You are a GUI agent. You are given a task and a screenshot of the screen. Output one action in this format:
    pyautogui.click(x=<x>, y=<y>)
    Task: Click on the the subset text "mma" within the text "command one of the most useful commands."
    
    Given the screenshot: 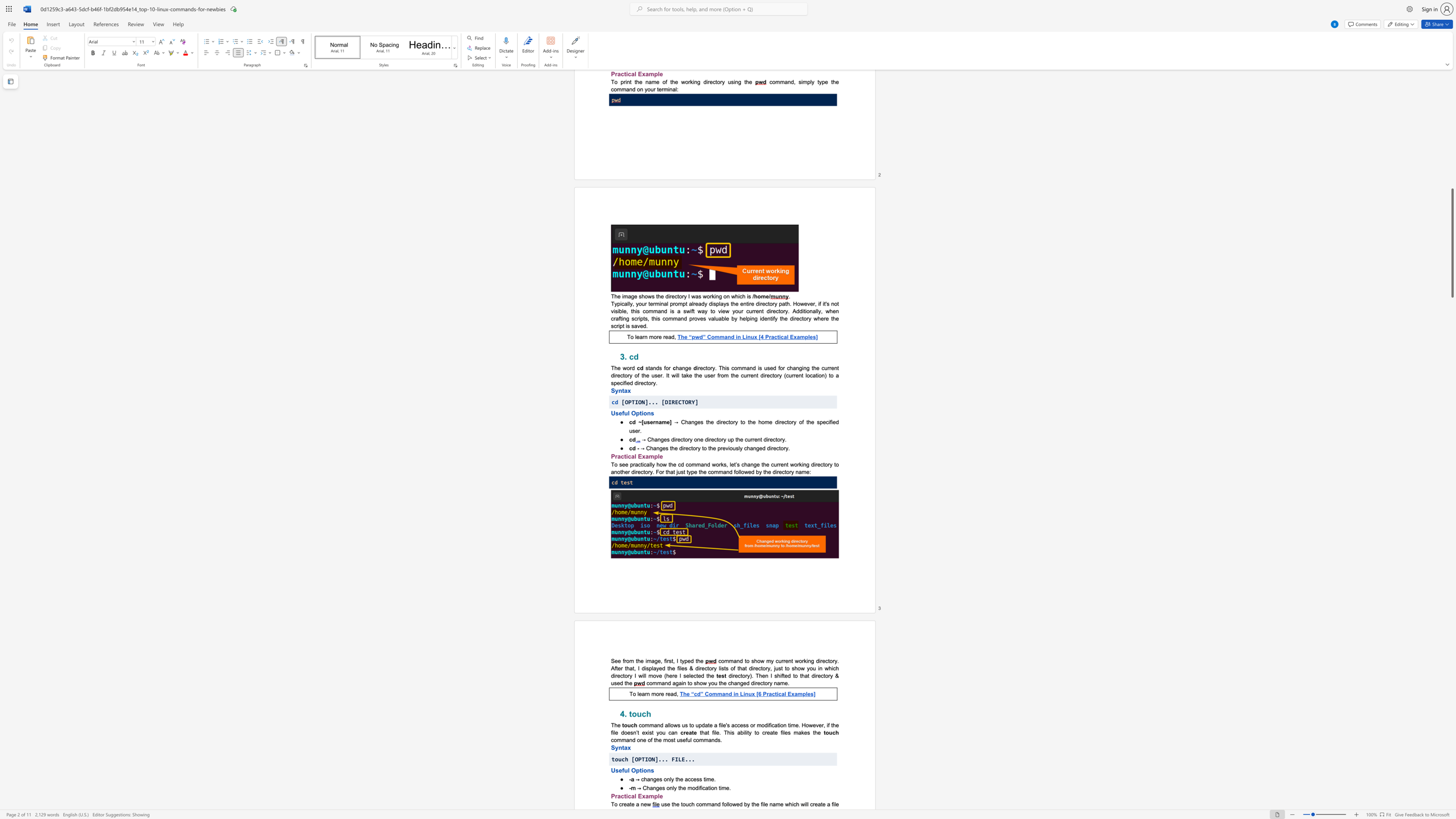 What is the action you would take?
    pyautogui.click(x=699, y=740)
    